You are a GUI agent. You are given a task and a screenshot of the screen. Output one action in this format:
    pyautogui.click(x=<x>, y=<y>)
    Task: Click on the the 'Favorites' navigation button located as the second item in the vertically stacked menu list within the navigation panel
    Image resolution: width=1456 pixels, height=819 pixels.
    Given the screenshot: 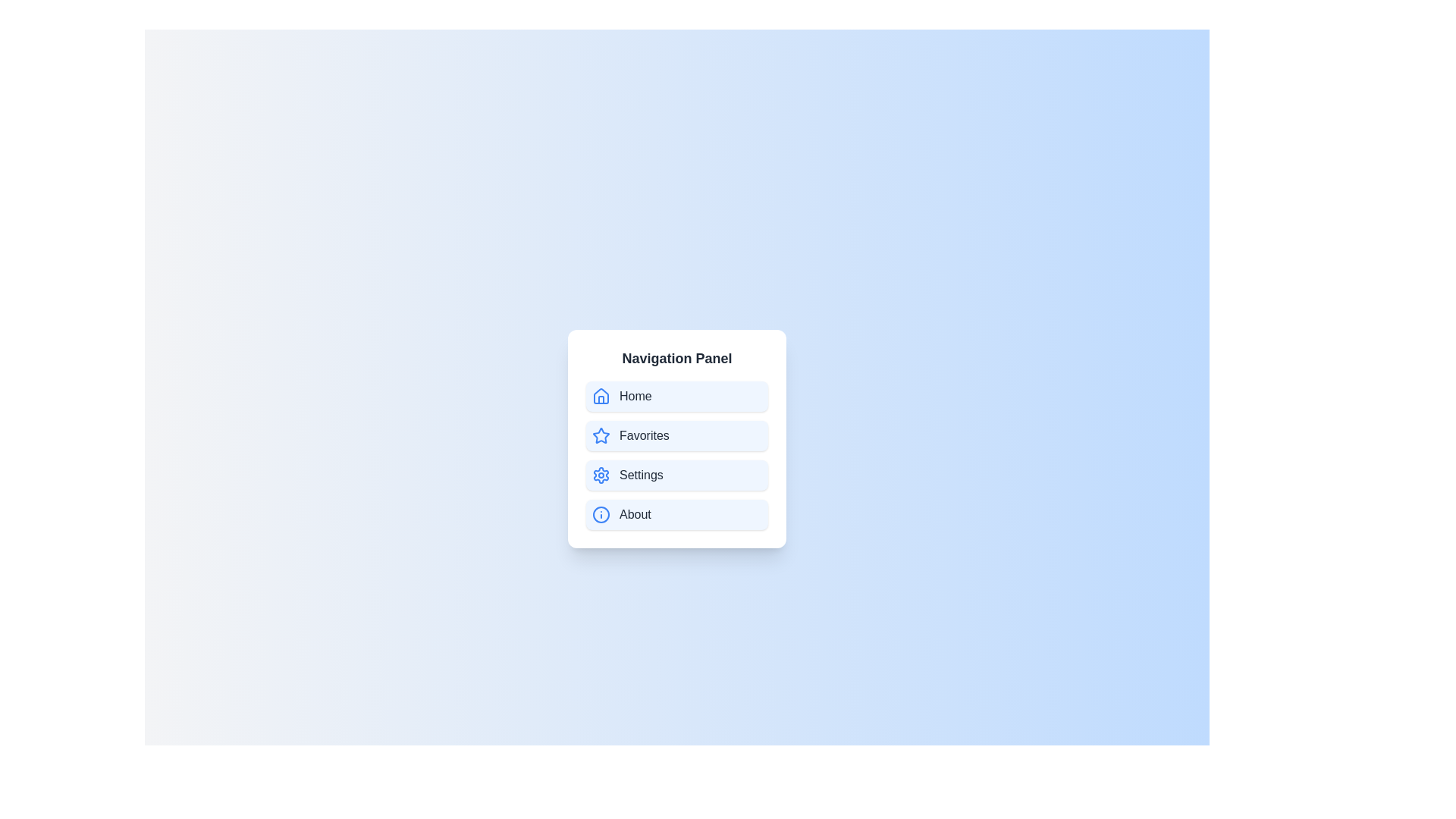 What is the action you would take?
    pyautogui.click(x=676, y=438)
    